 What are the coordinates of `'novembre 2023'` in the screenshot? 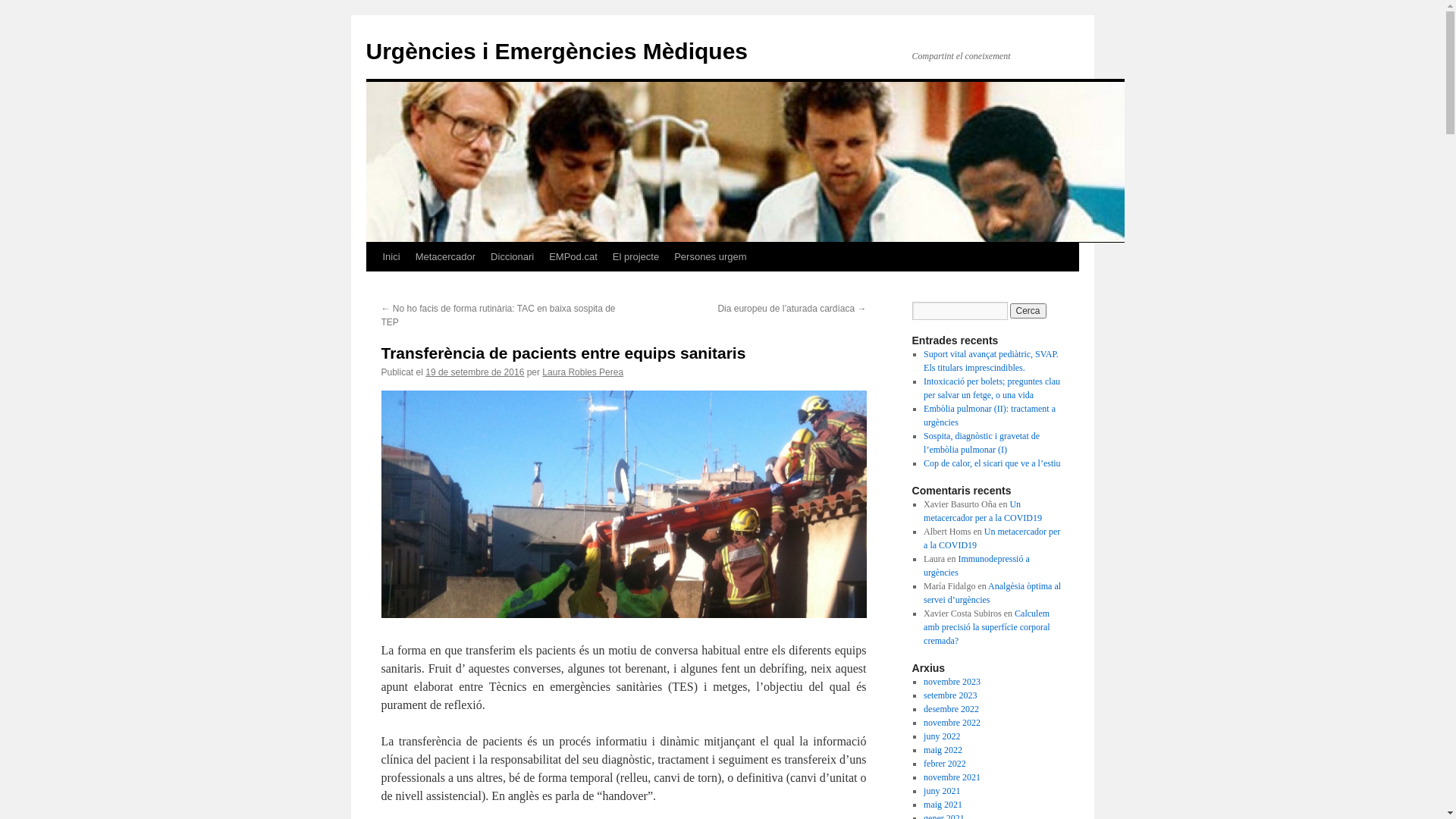 It's located at (951, 680).